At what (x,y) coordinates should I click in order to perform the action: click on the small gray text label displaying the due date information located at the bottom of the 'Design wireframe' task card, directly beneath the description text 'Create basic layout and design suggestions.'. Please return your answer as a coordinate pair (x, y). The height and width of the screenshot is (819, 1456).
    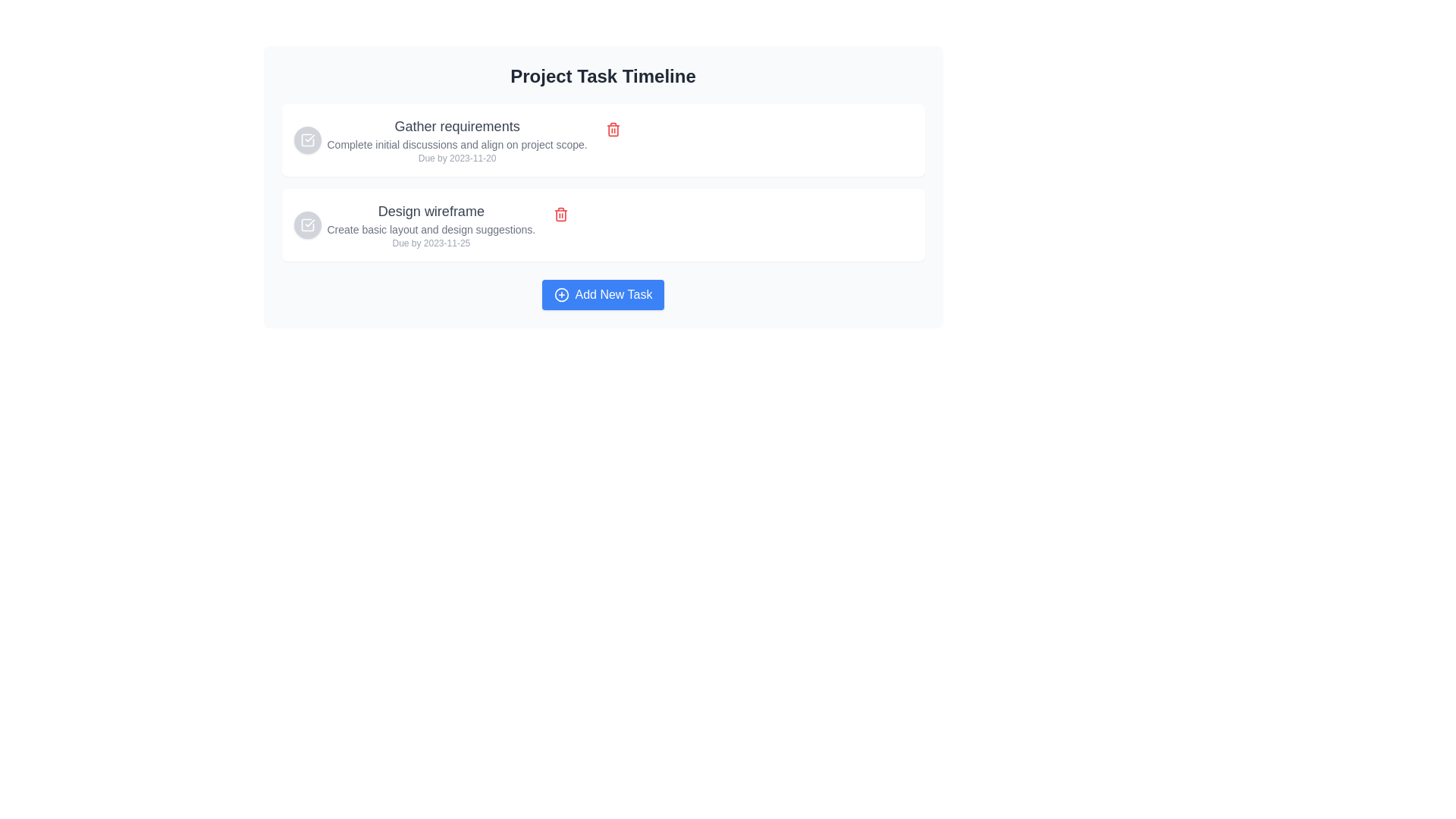
    Looking at the image, I should click on (430, 242).